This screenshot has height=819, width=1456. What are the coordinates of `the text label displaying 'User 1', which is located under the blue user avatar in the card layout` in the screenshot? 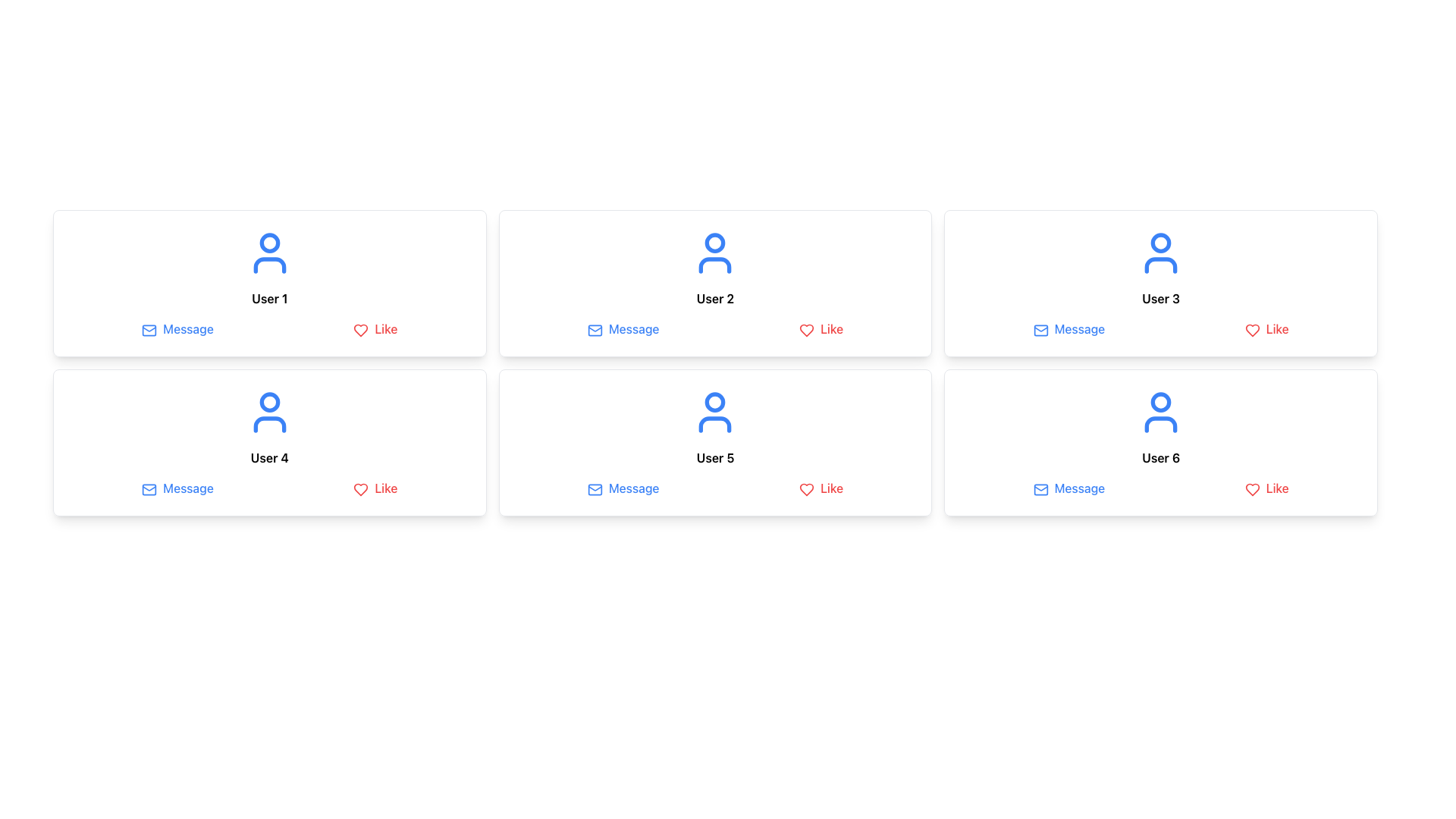 It's located at (269, 298).